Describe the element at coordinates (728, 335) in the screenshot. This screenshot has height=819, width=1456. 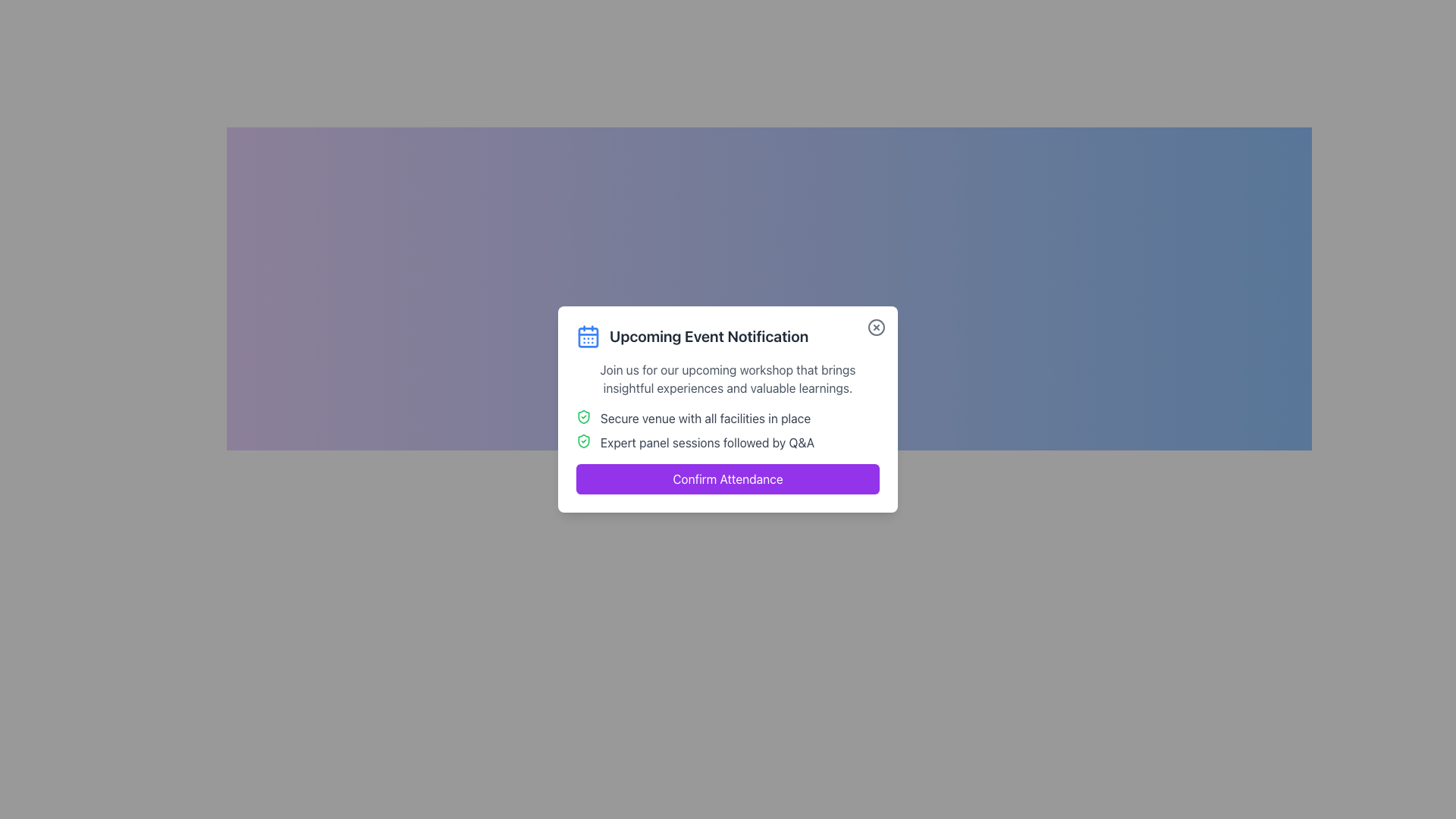
I see `the heading element that states 'Upcoming Event Notification' and features a blue calendar icon on its left, located at the top of a notification card` at that location.